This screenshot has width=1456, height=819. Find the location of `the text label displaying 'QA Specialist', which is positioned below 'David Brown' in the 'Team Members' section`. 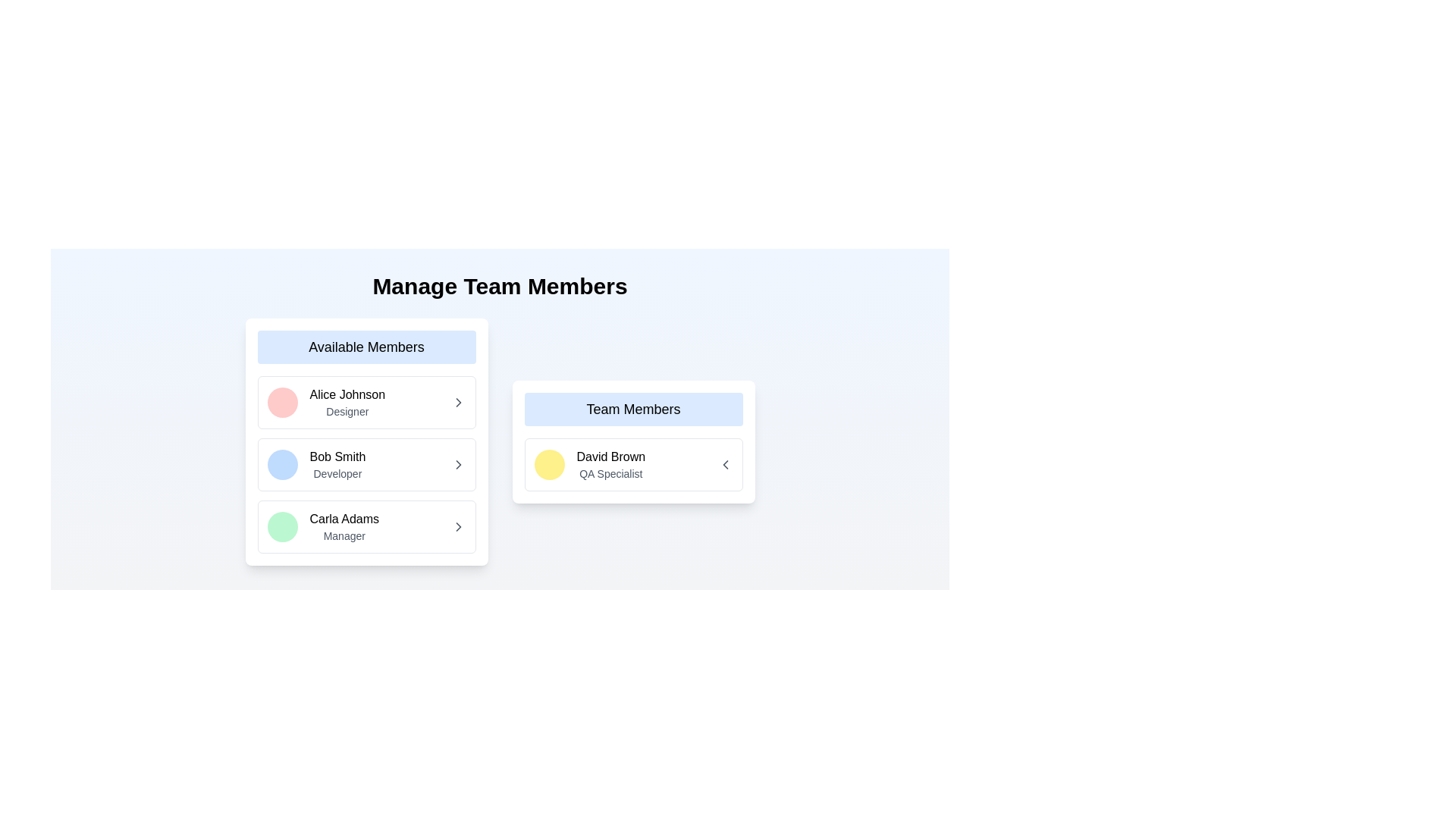

the text label displaying 'QA Specialist', which is positioned below 'David Brown' in the 'Team Members' section is located at coordinates (610, 472).